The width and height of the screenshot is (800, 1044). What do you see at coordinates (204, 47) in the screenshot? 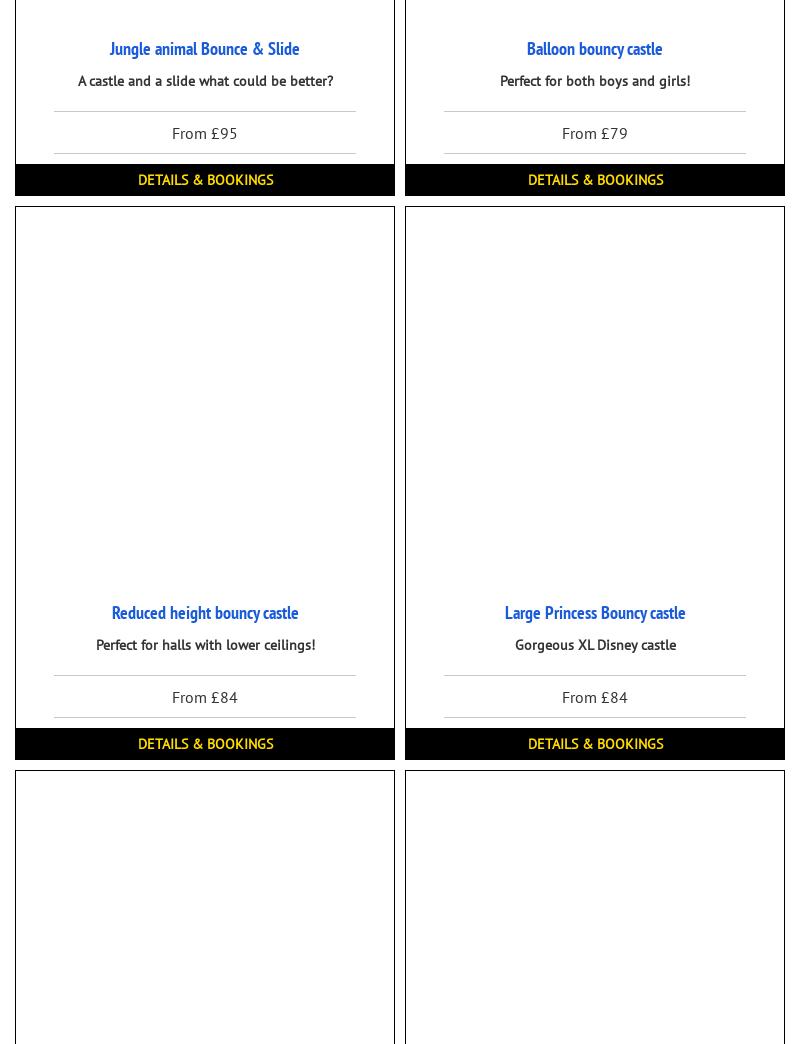
I see `'Jungle animal Bounce & Slide'` at bounding box center [204, 47].